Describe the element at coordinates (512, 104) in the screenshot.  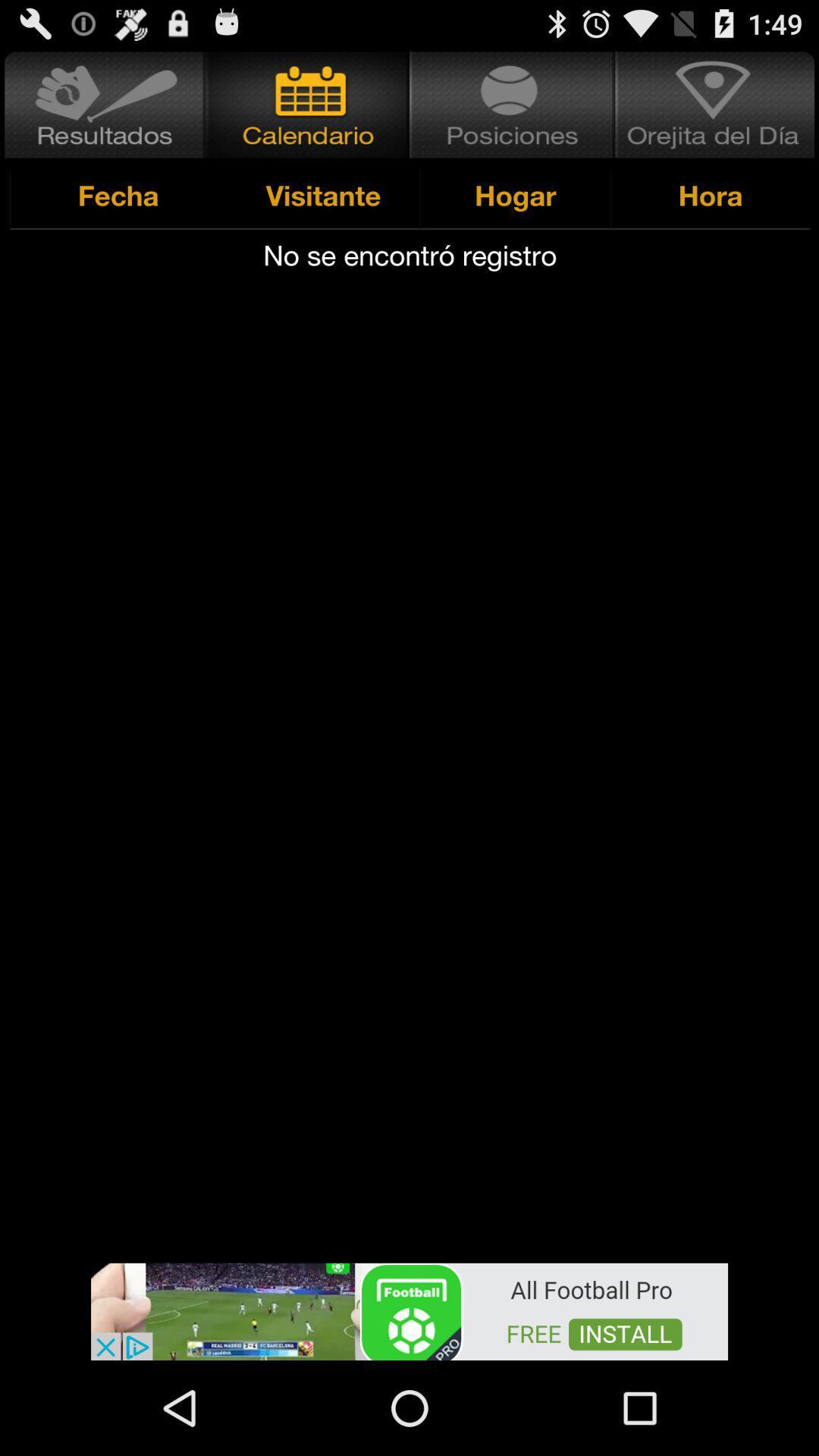
I see `posiciones` at that location.